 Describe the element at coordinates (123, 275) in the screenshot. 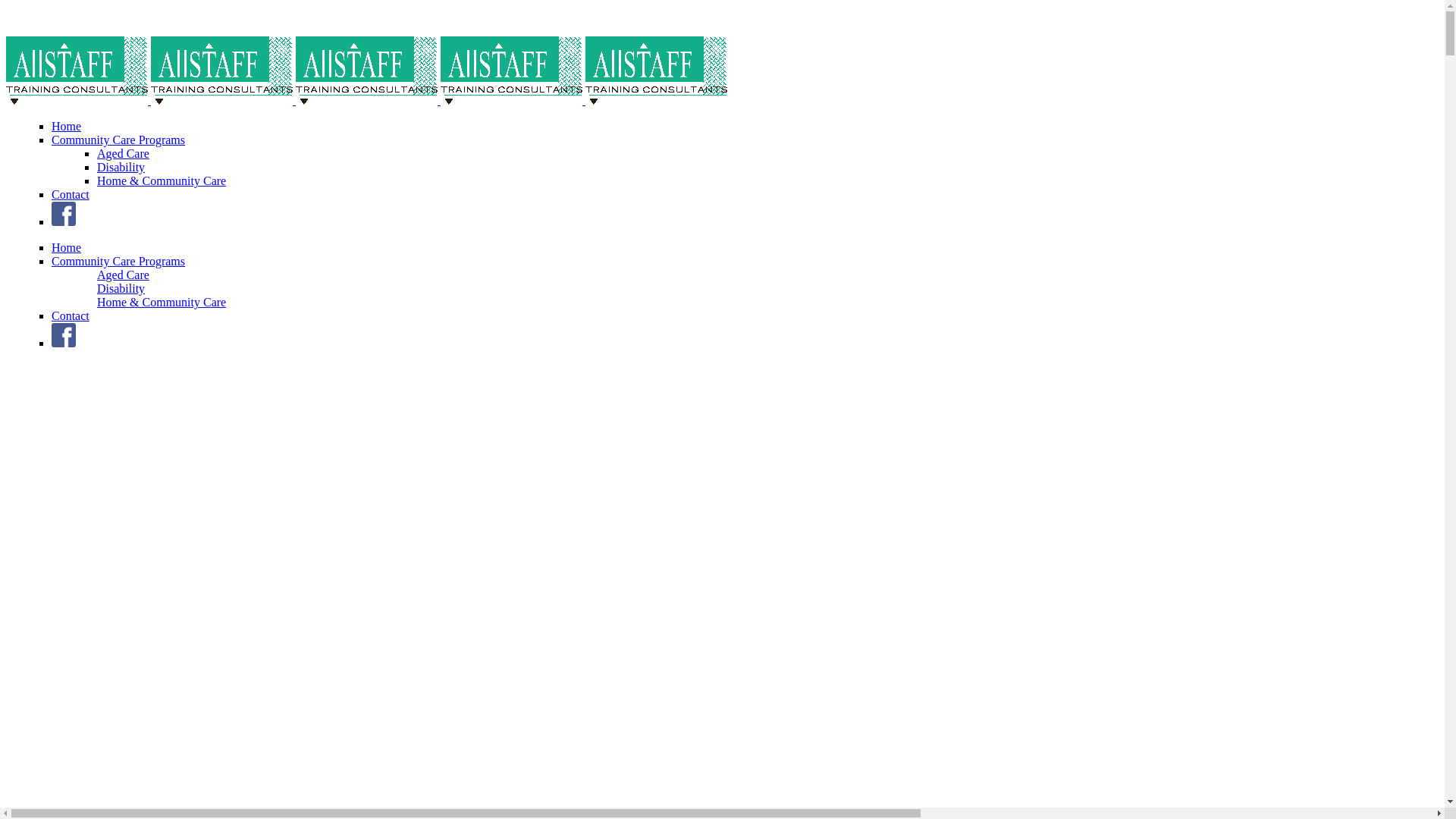

I see `'Aged Care'` at that location.